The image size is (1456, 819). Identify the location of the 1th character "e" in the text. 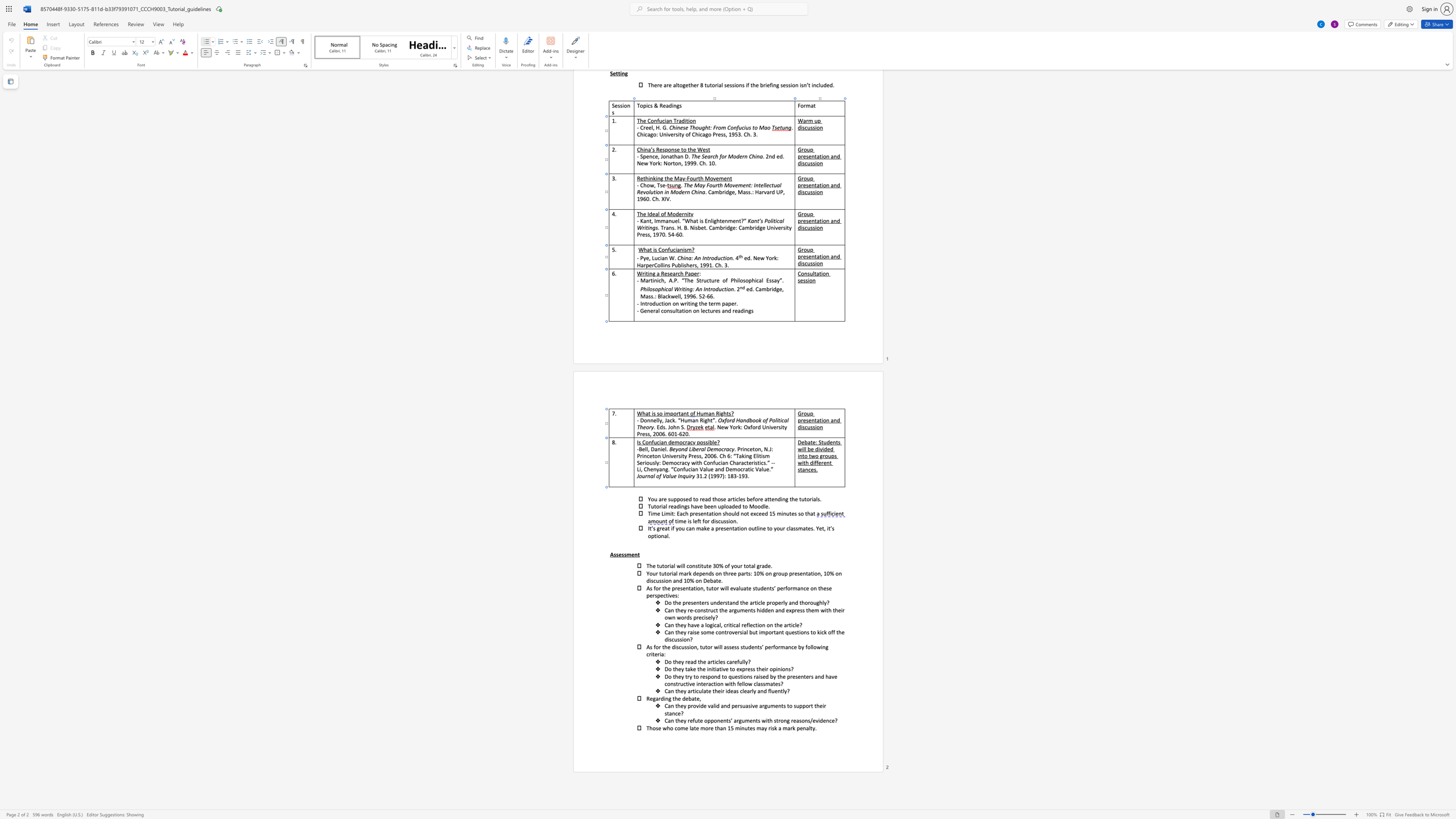
(682, 705).